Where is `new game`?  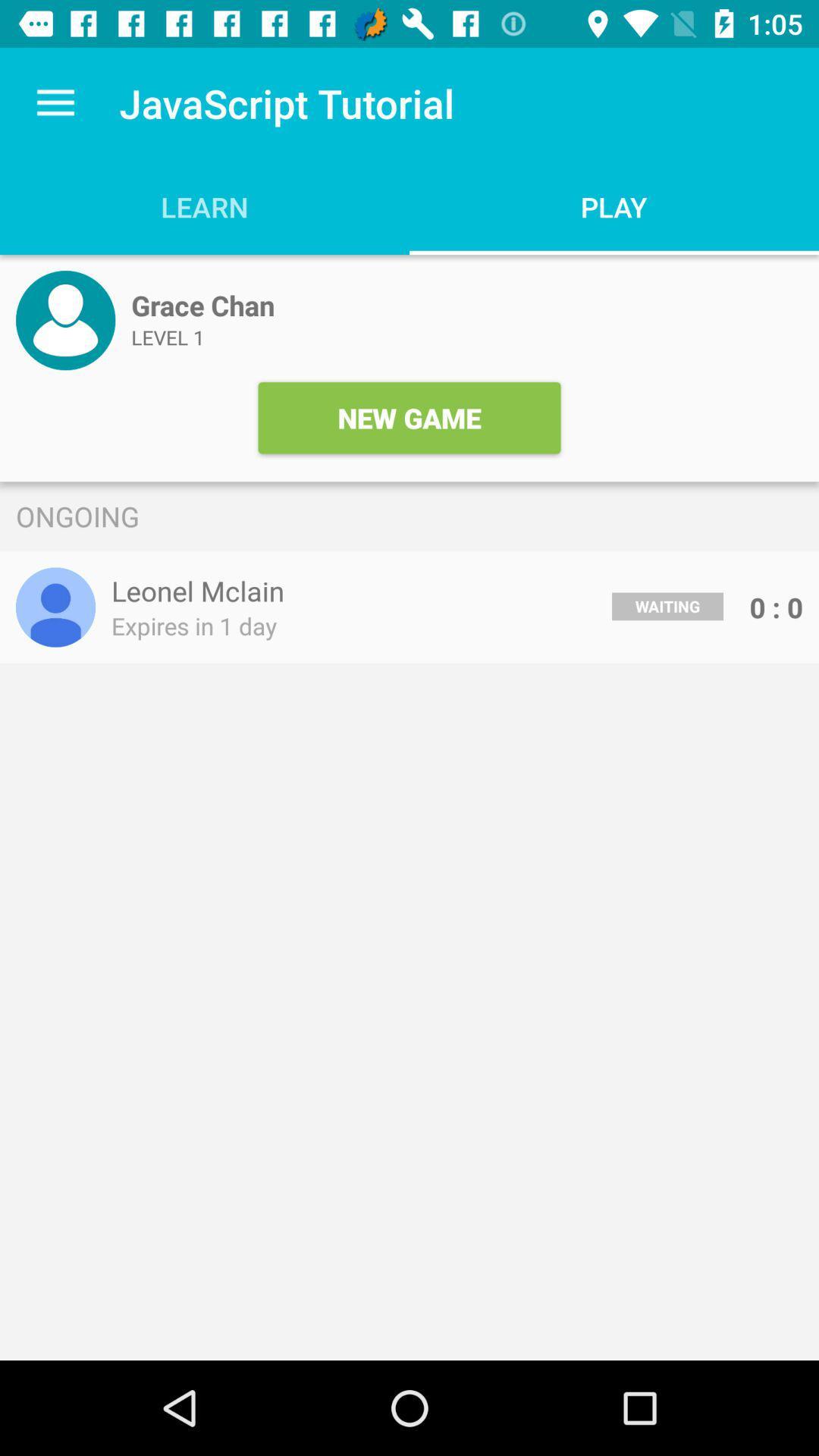 new game is located at coordinates (409, 418).